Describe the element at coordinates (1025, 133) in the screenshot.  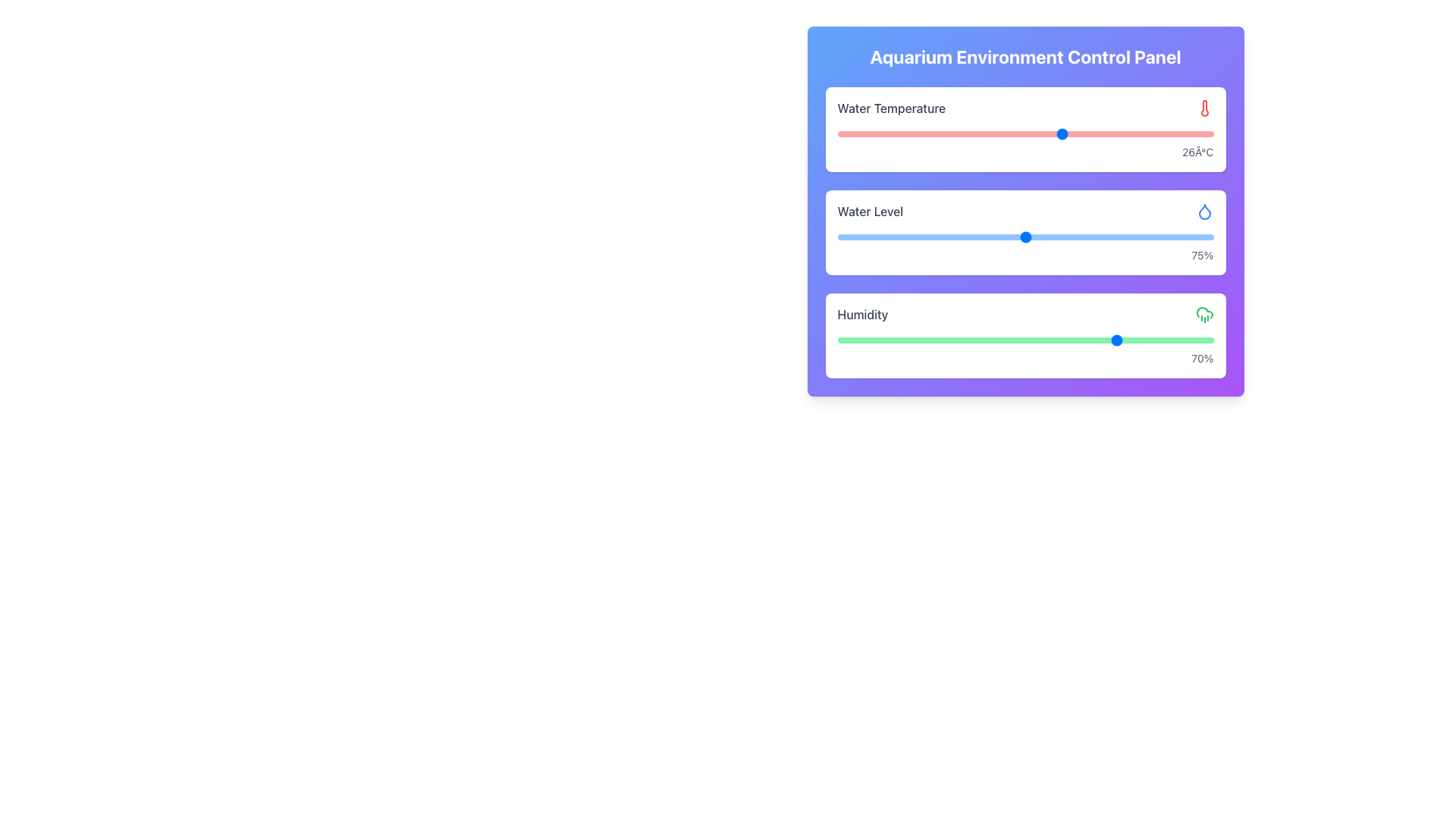
I see `temperature` at that location.